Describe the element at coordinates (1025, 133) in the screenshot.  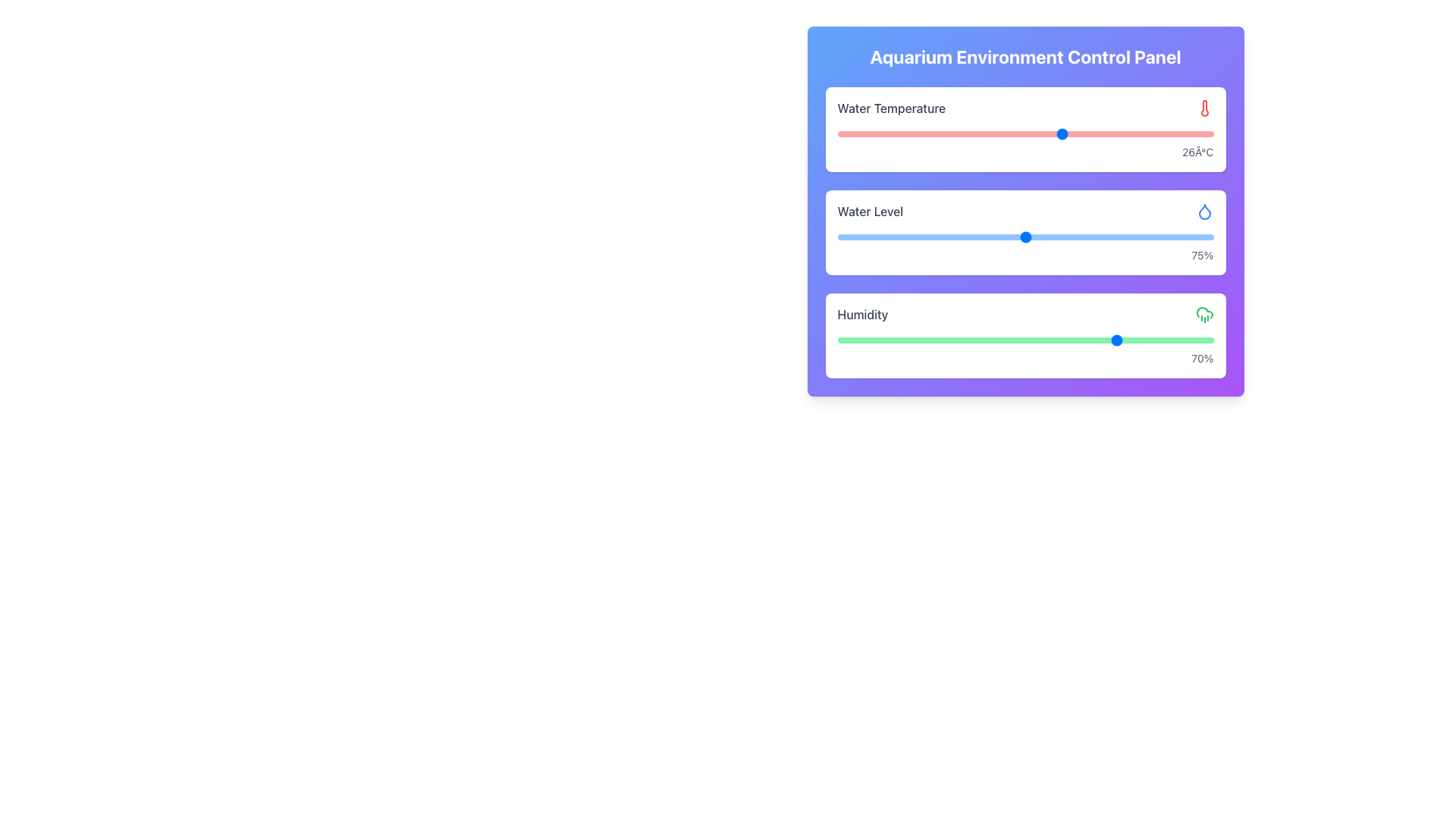
I see `temperature` at that location.